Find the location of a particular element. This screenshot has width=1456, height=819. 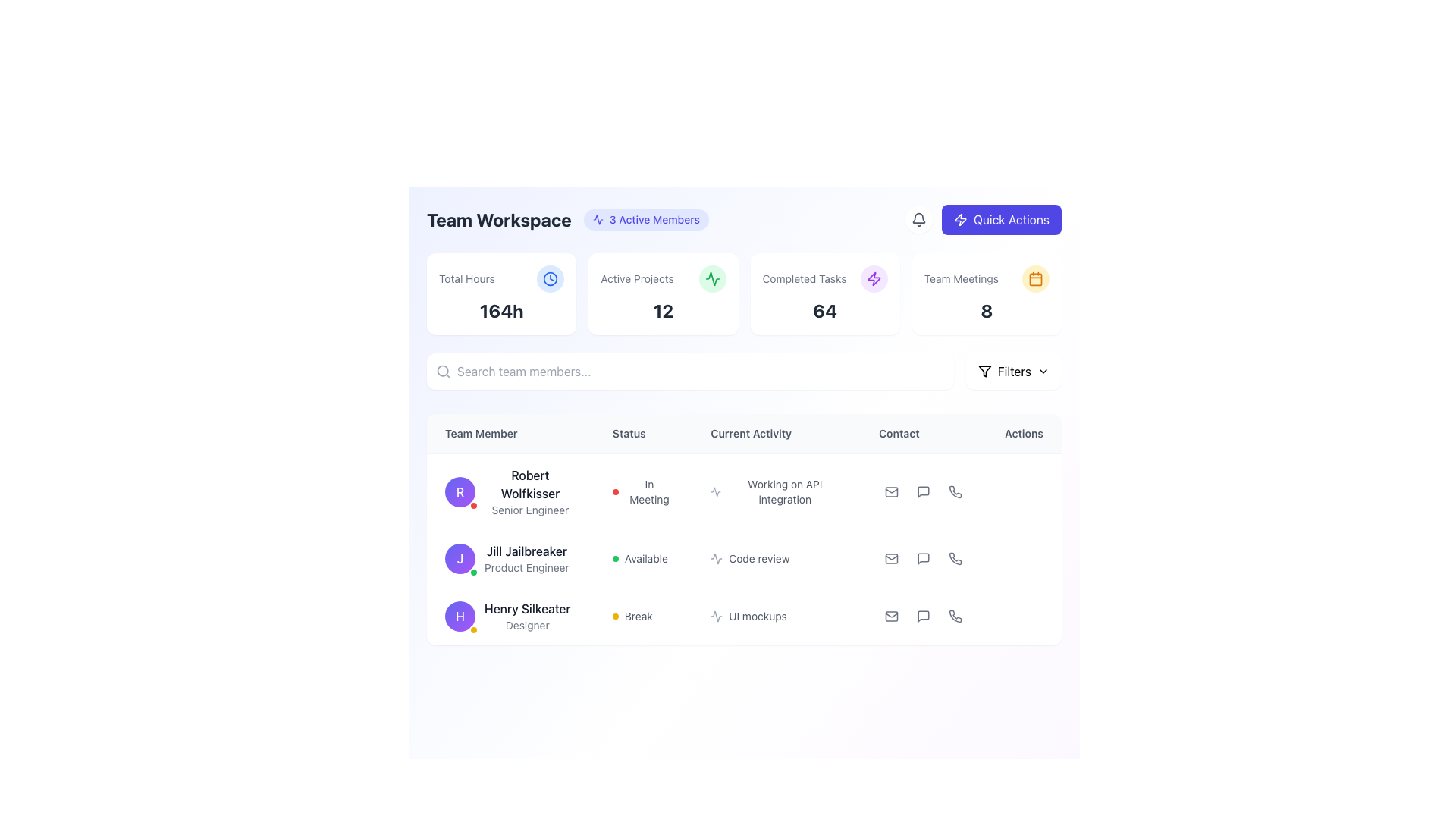

the Ellipsis Menu button in the Actions column for the team member Jill Jailbreaker is located at coordinates (1024, 558).